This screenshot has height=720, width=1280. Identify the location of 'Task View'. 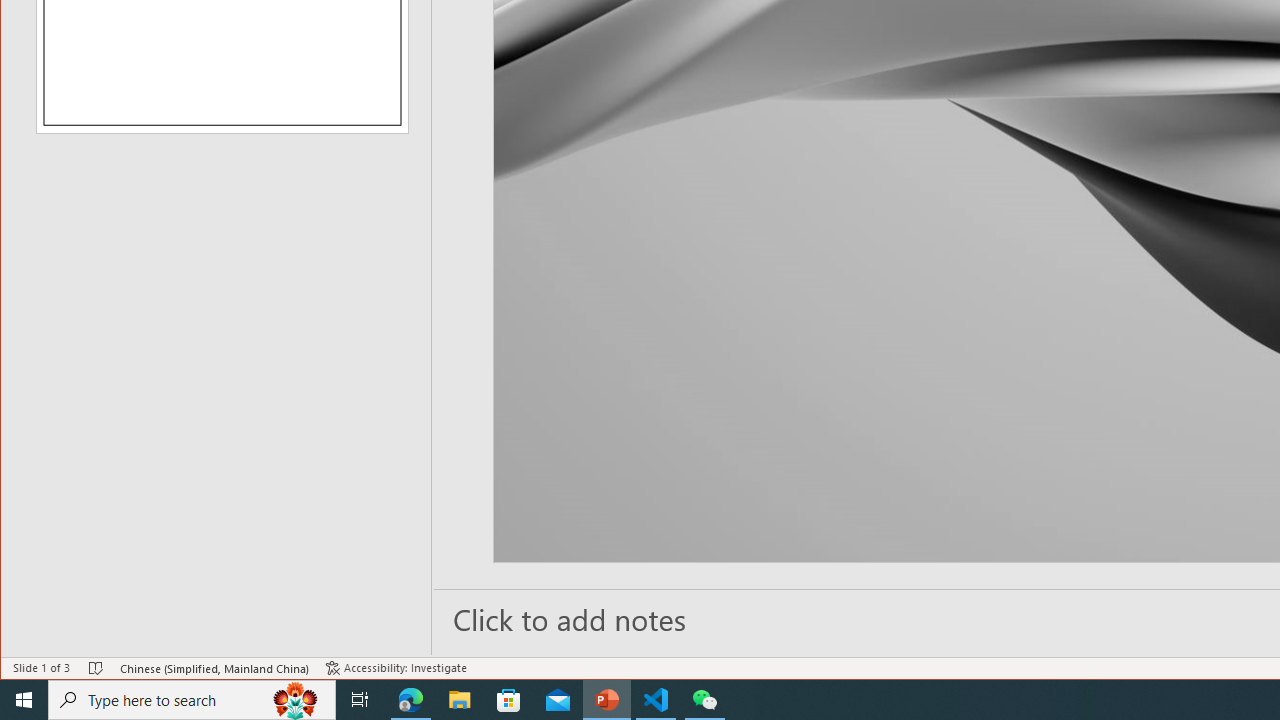
(359, 698).